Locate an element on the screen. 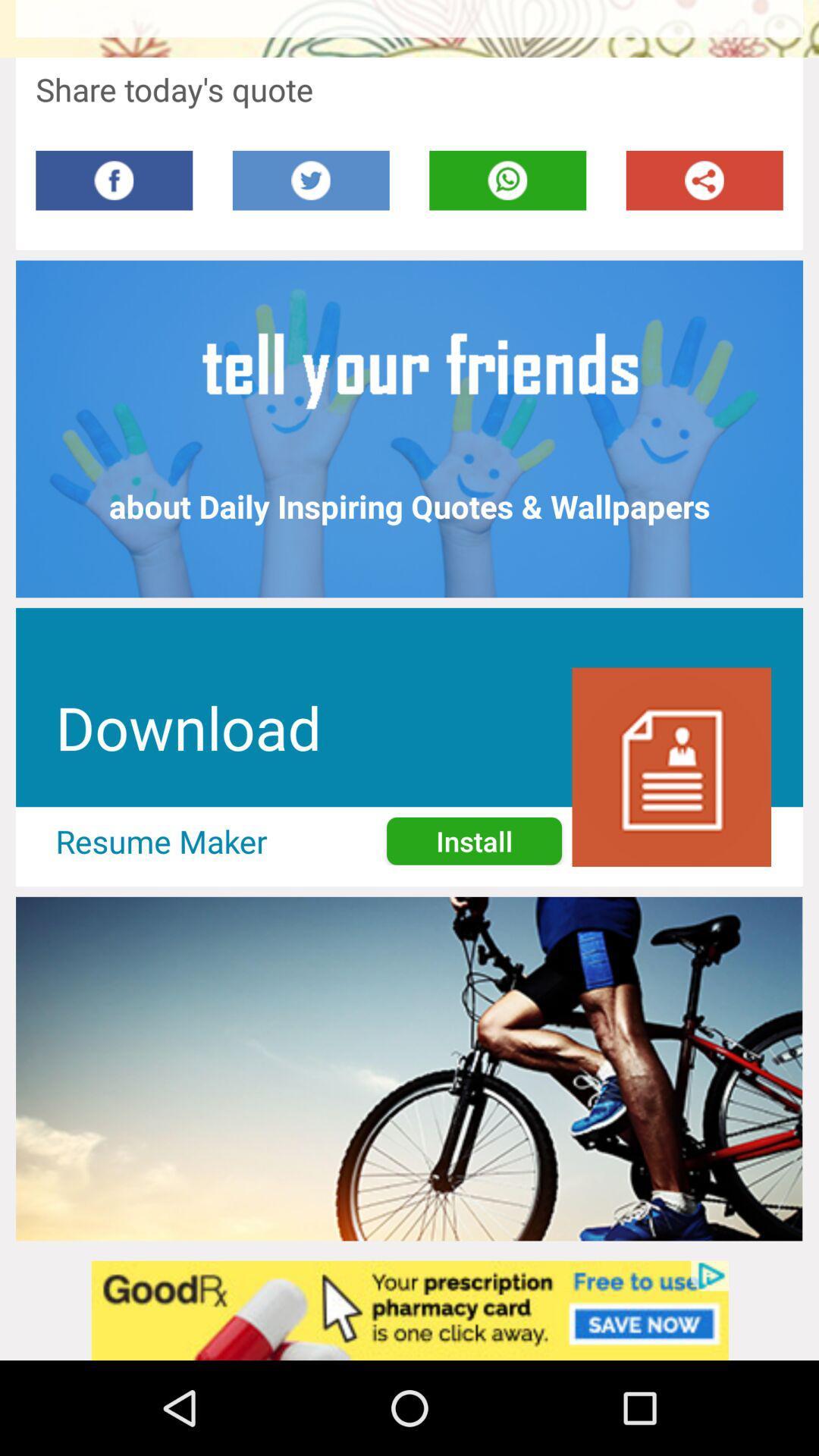 The image size is (819, 1456). facebook is located at coordinates (113, 180).